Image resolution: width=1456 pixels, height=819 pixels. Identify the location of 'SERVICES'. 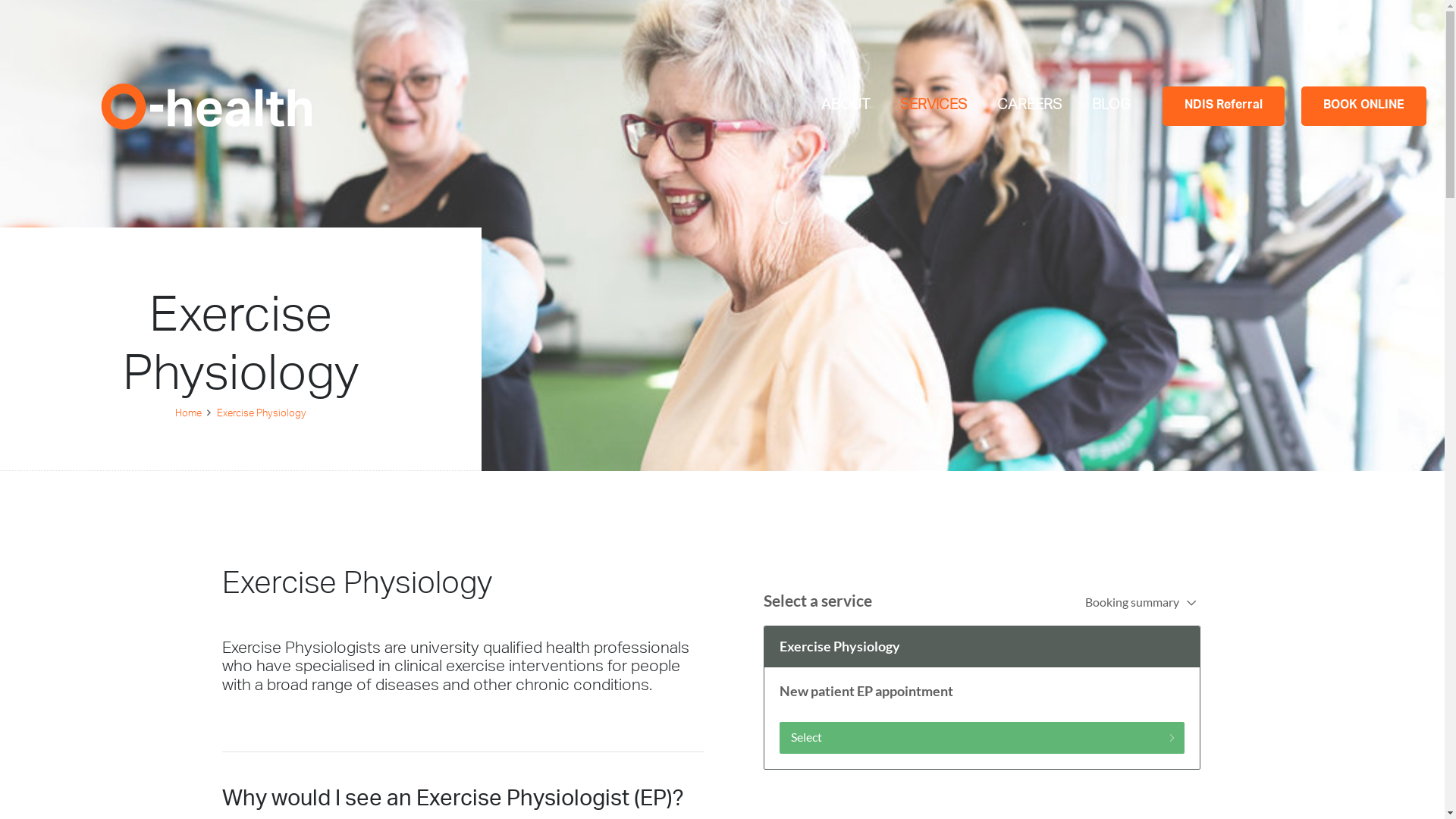
(884, 105).